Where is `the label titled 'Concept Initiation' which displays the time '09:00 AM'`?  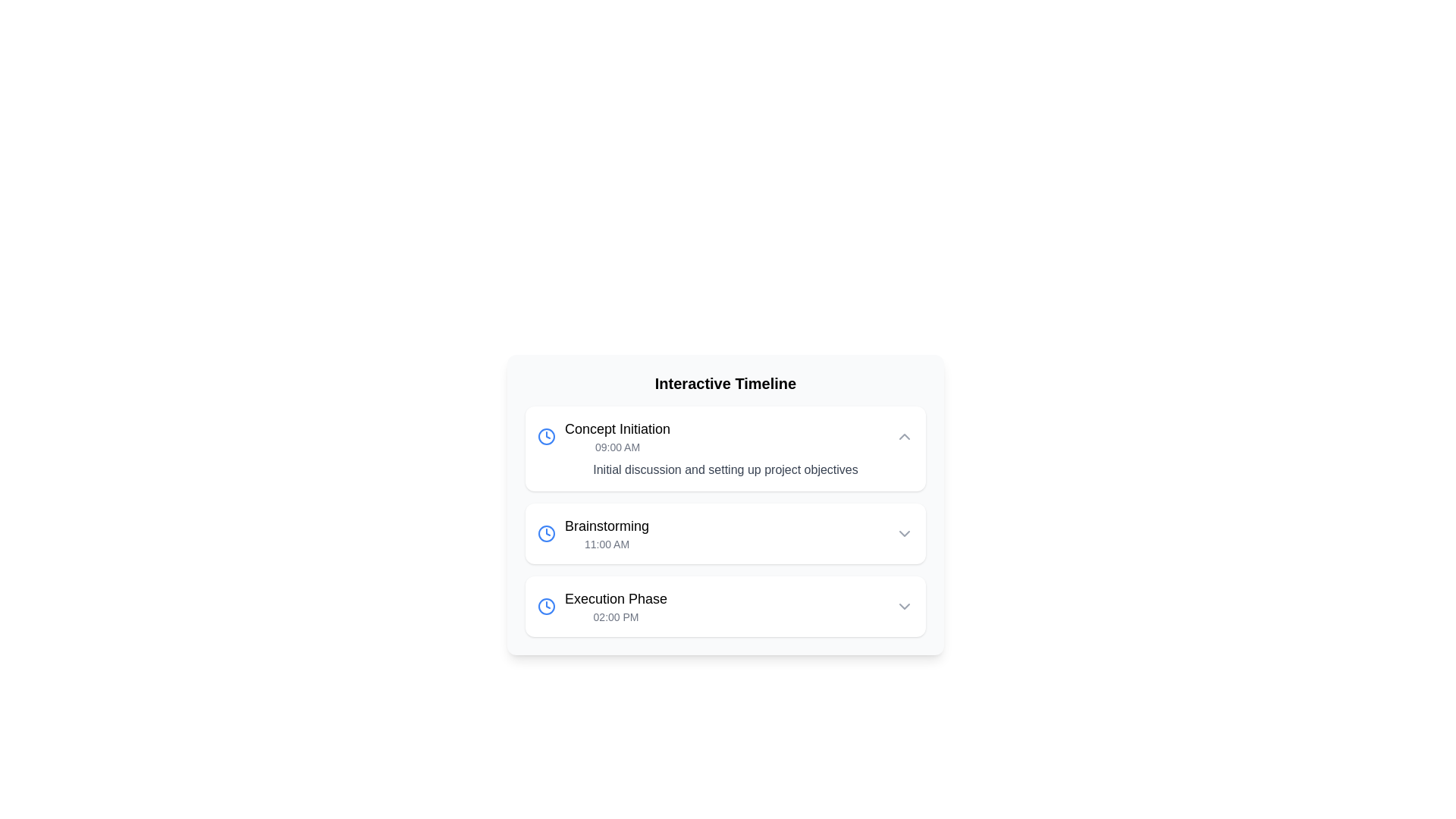 the label titled 'Concept Initiation' which displays the time '09:00 AM' is located at coordinates (617, 436).